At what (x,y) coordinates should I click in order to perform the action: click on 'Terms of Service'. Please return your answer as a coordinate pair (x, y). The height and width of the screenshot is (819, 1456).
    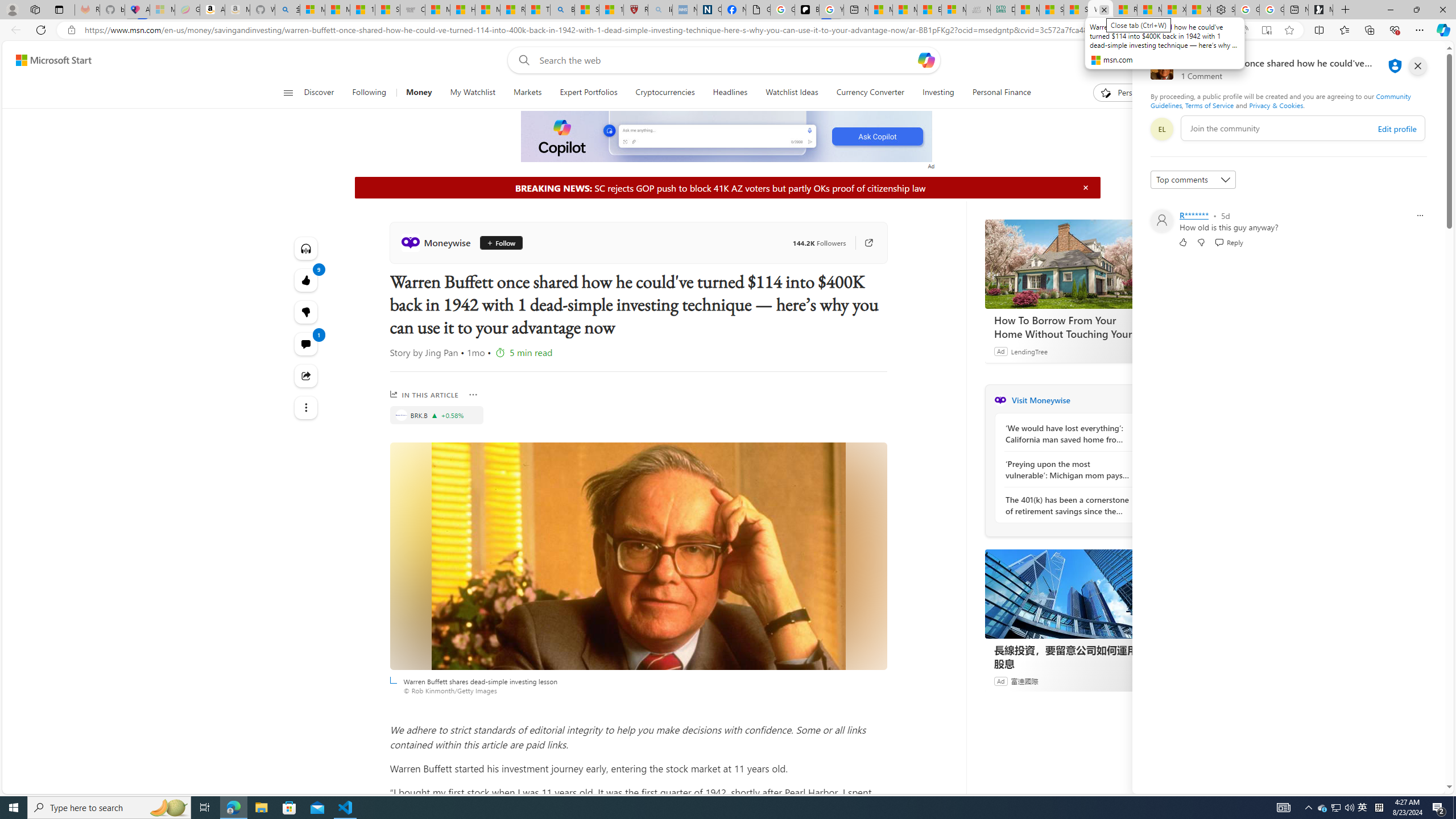
    Looking at the image, I should click on (1210, 105).